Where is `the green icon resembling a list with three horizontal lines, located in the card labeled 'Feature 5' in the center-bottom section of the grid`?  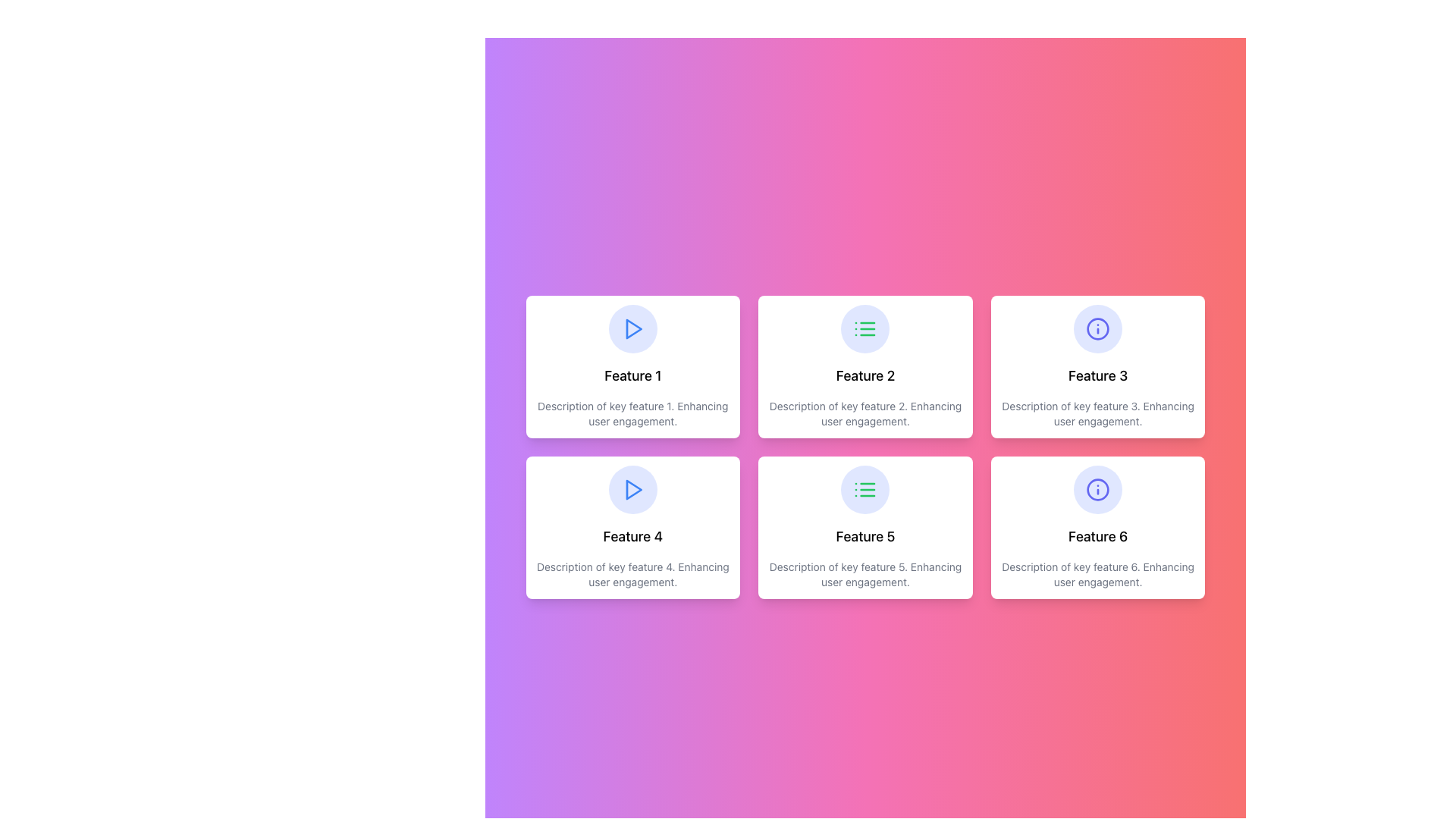
the green icon resembling a list with three horizontal lines, located in the card labeled 'Feature 5' in the center-bottom section of the grid is located at coordinates (865, 489).